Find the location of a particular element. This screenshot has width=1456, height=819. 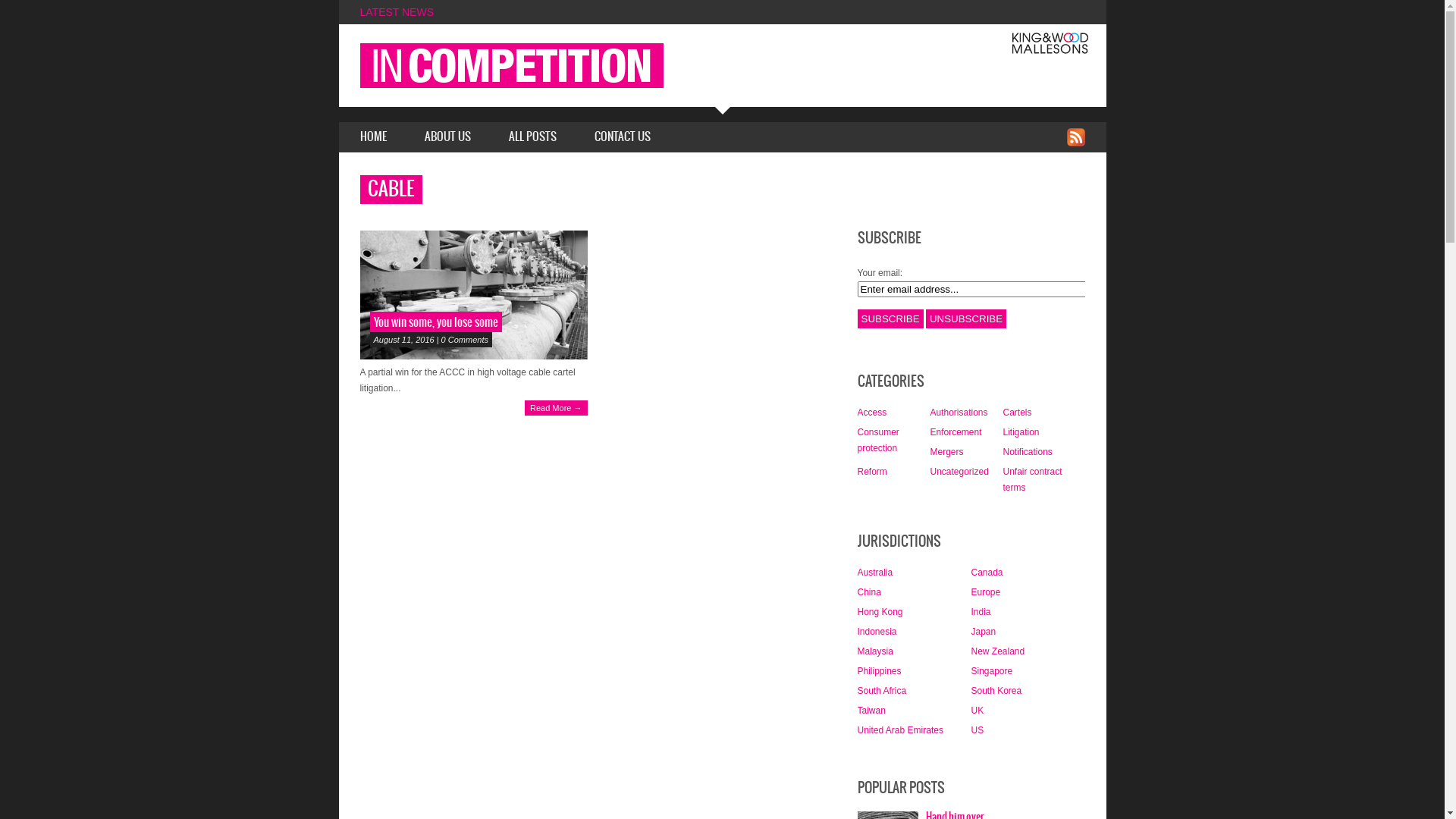

'Mergers' is located at coordinates (946, 451).